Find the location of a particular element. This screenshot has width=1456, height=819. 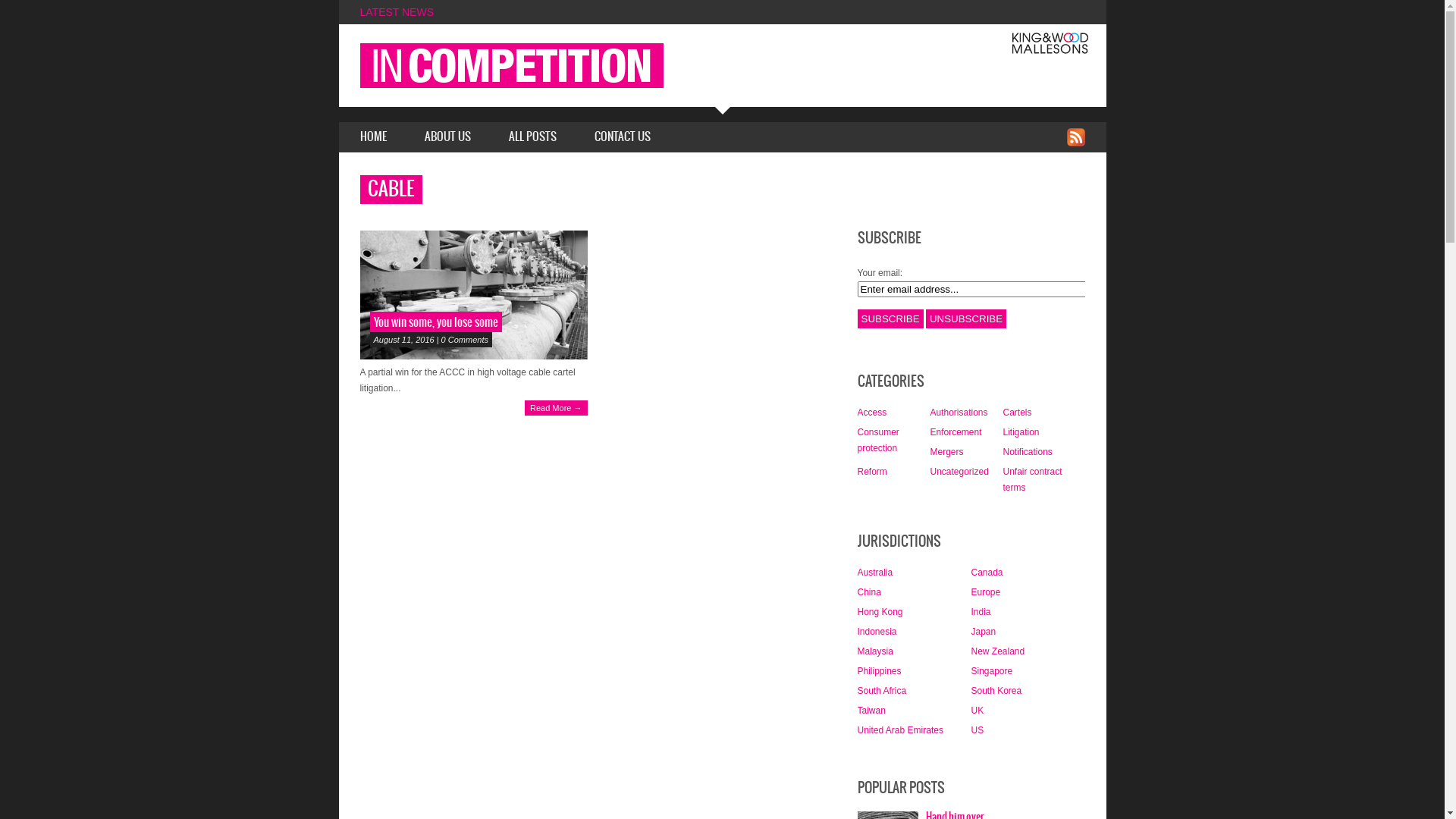

'Mergers' is located at coordinates (946, 451).